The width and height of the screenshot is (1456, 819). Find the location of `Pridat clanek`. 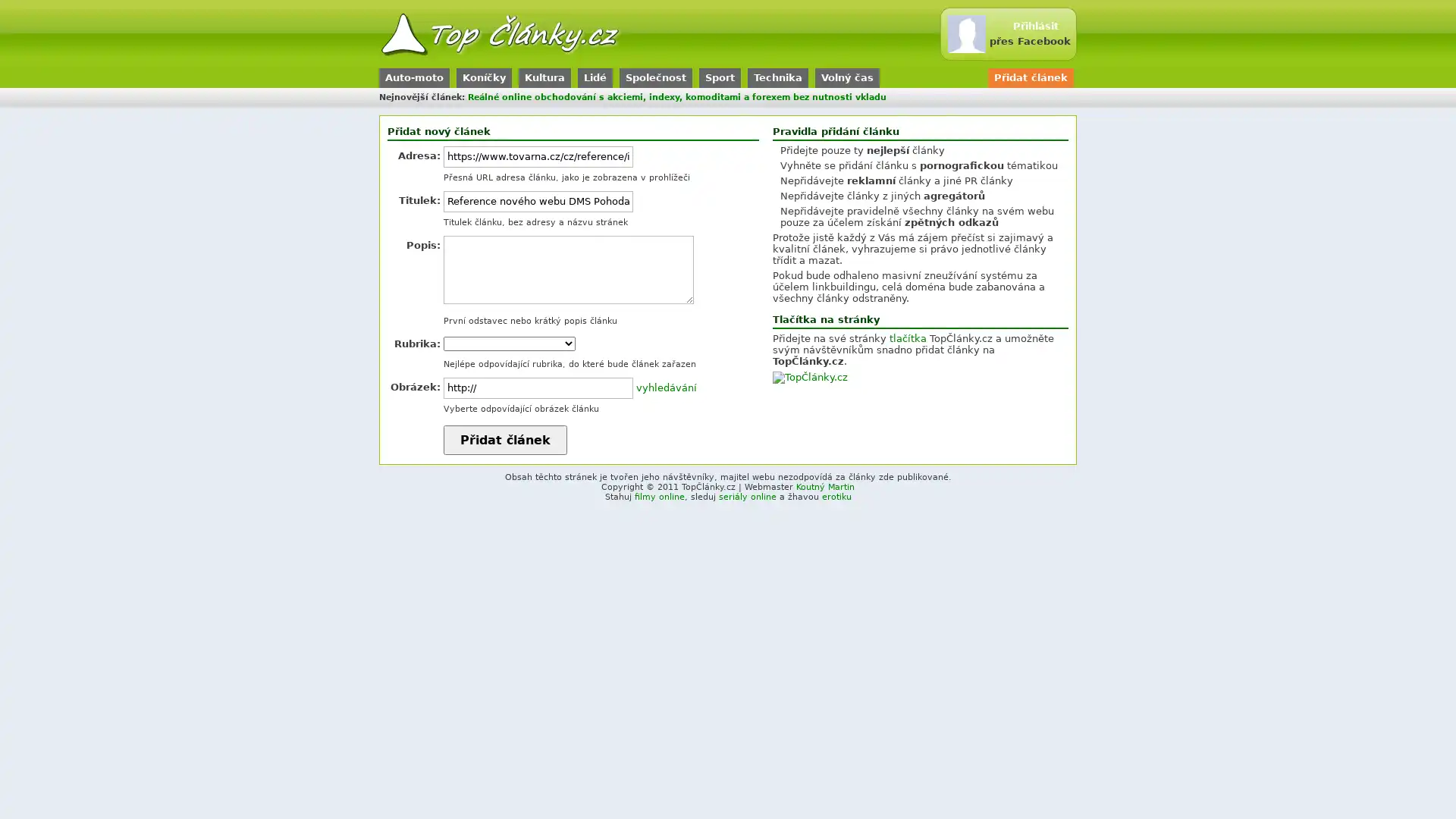

Pridat clanek is located at coordinates (505, 440).